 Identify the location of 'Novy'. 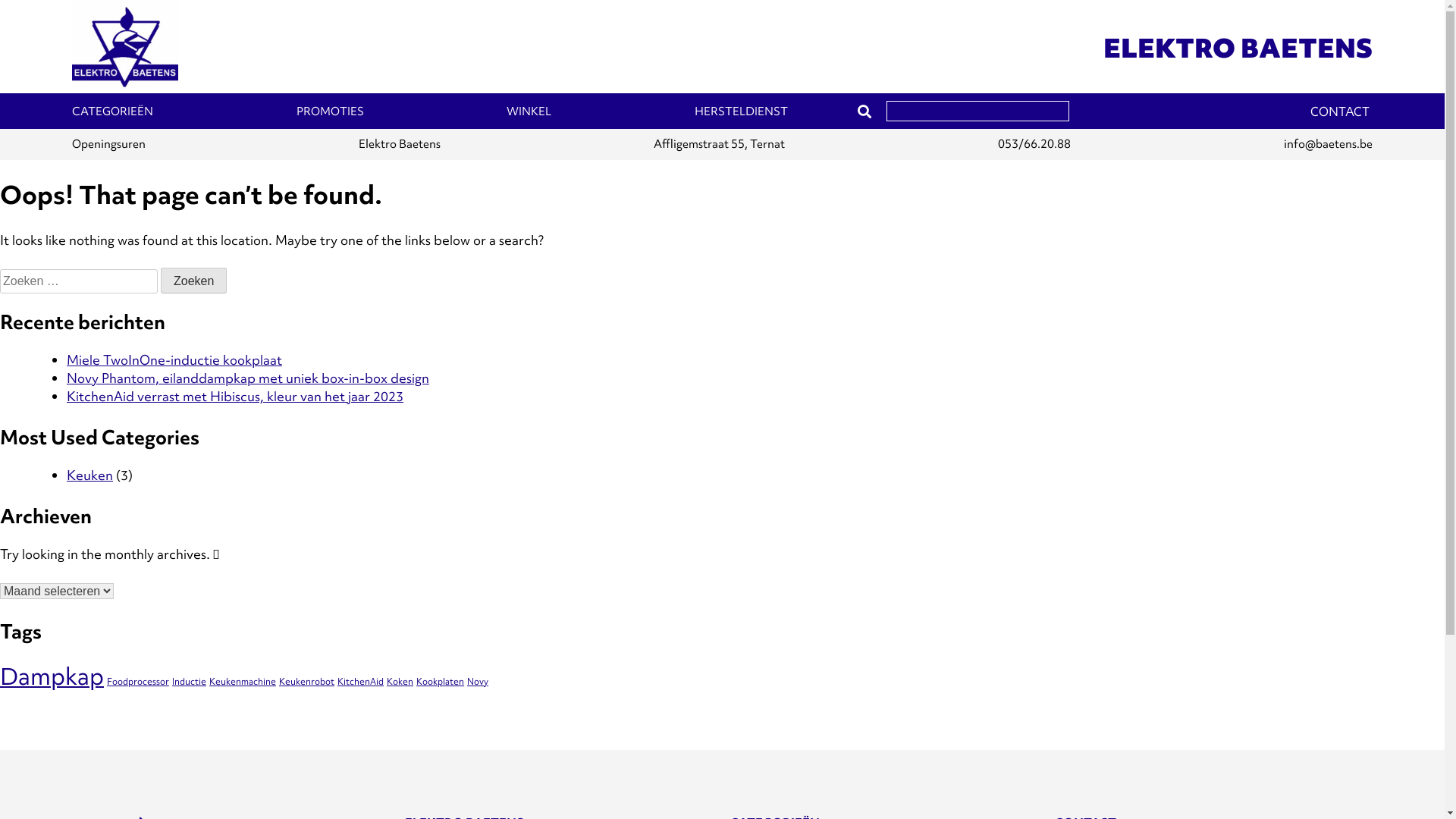
(466, 680).